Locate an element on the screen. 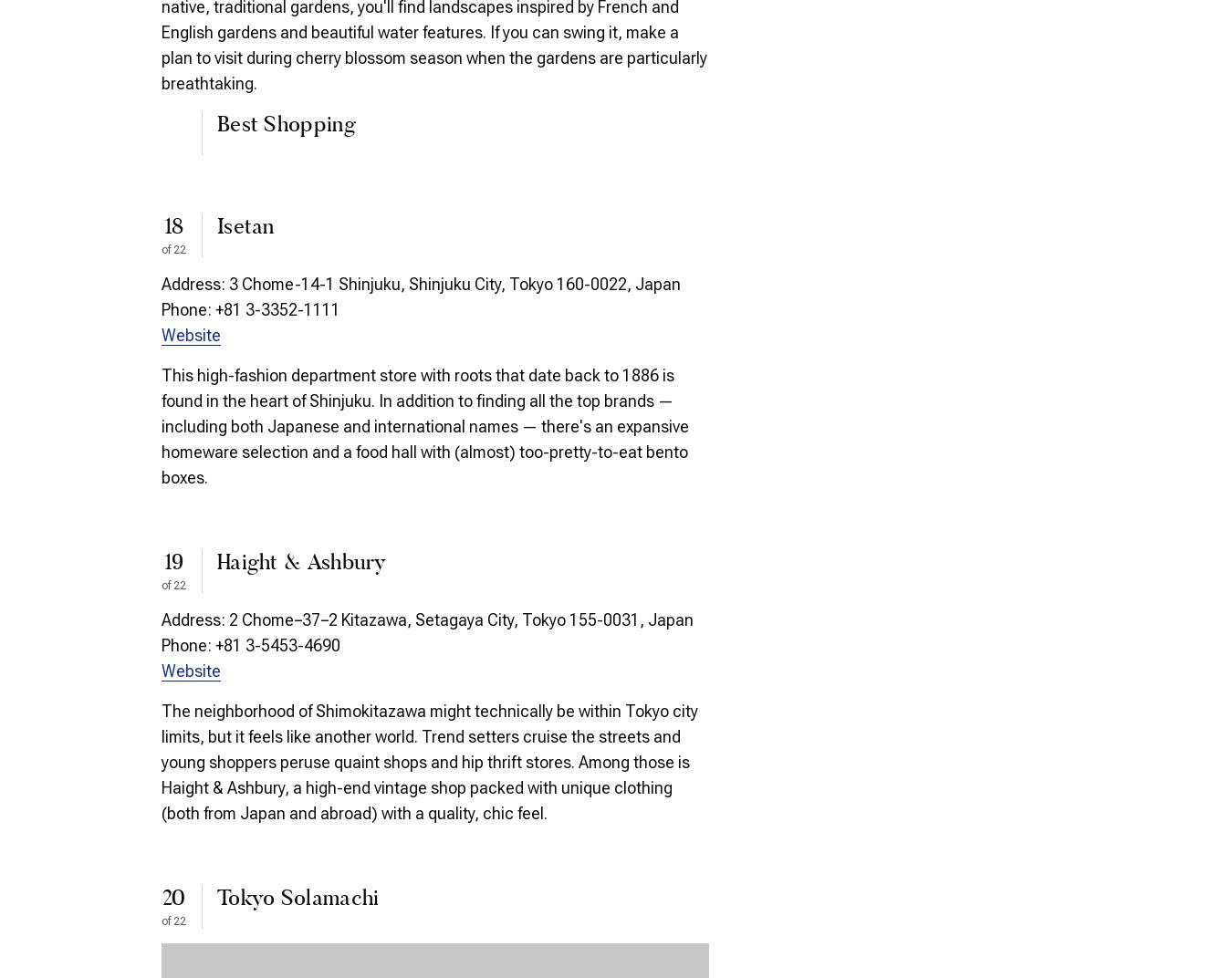  'Isetan' is located at coordinates (216, 227).